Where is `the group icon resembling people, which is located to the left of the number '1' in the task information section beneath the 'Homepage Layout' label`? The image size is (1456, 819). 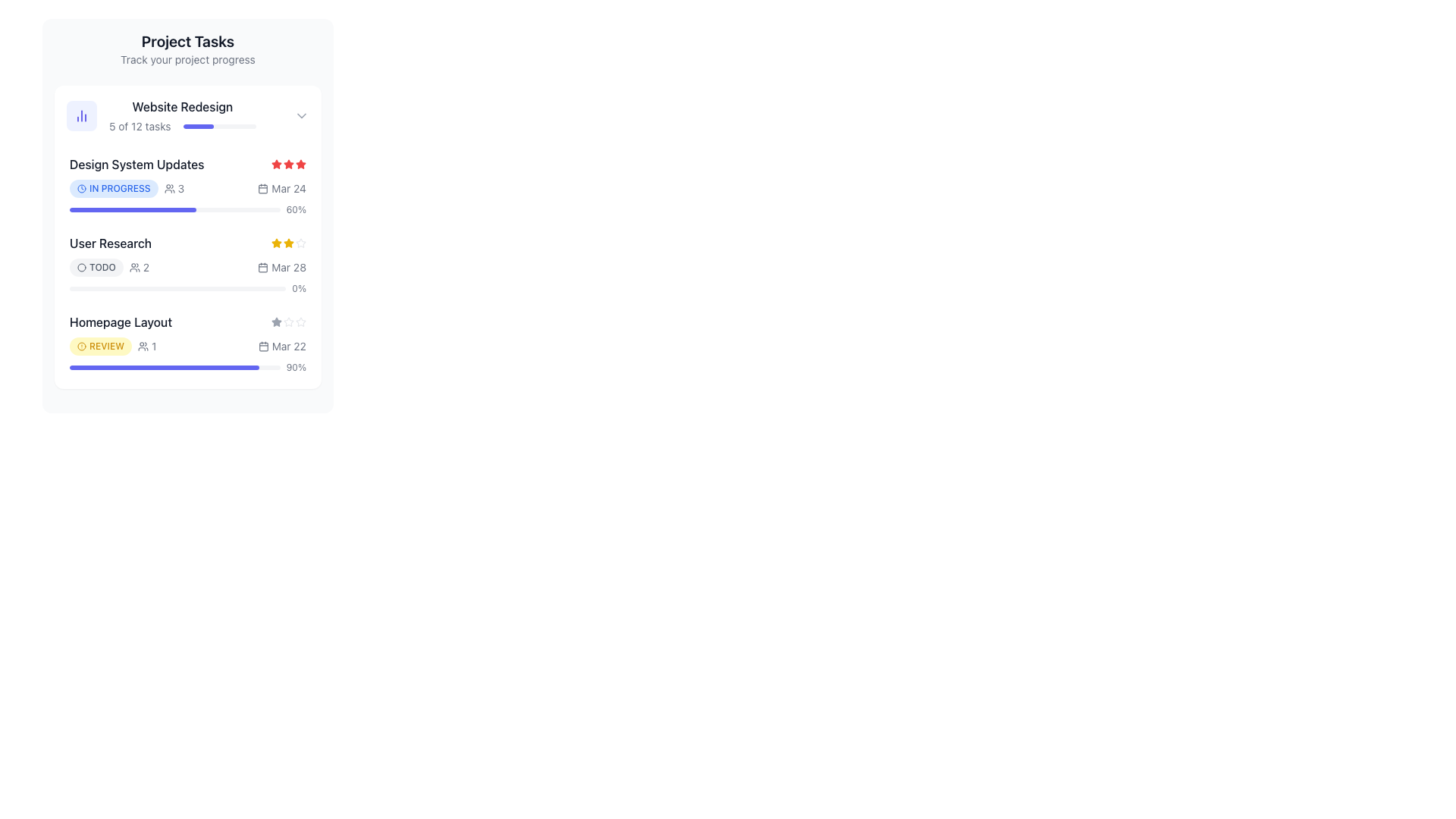
the group icon resembling people, which is located to the left of the number '1' in the task information section beneath the 'Homepage Layout' label is located at coordinates (143, 346).